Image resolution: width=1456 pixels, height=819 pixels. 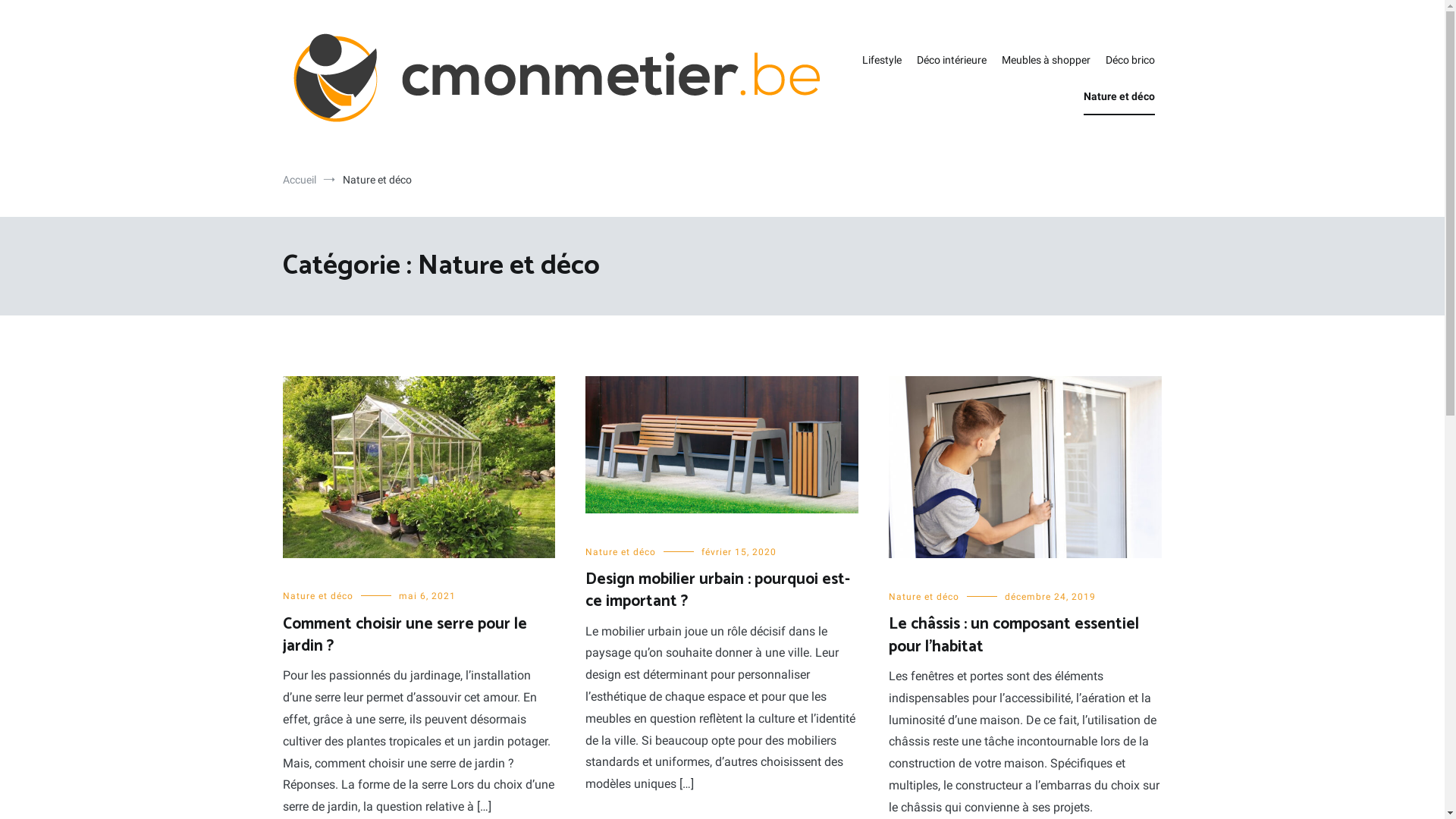 What do you see at coordinates (861, 60) in the screenshot?
I see `'Lifestyle'` at bounding box center [861, 60].